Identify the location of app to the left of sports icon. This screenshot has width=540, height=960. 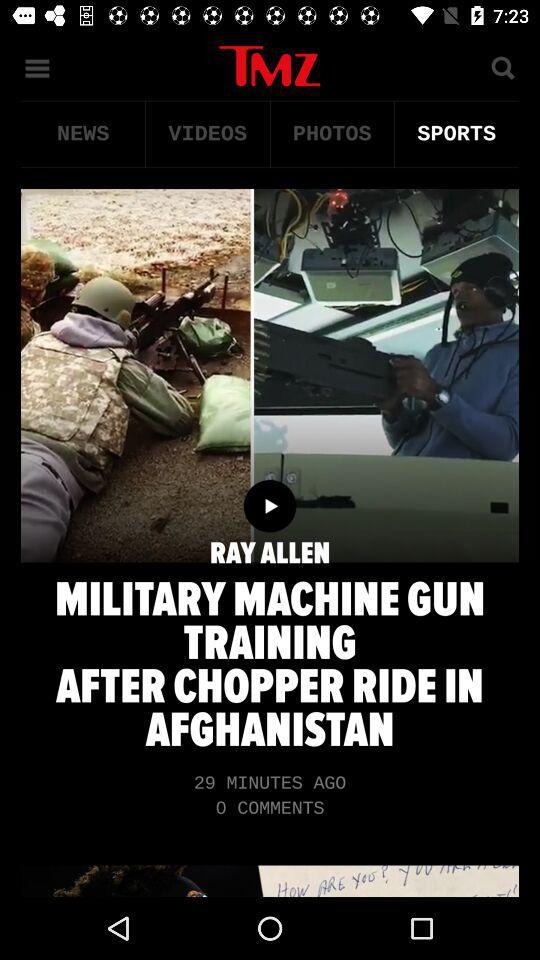
(332, 133).